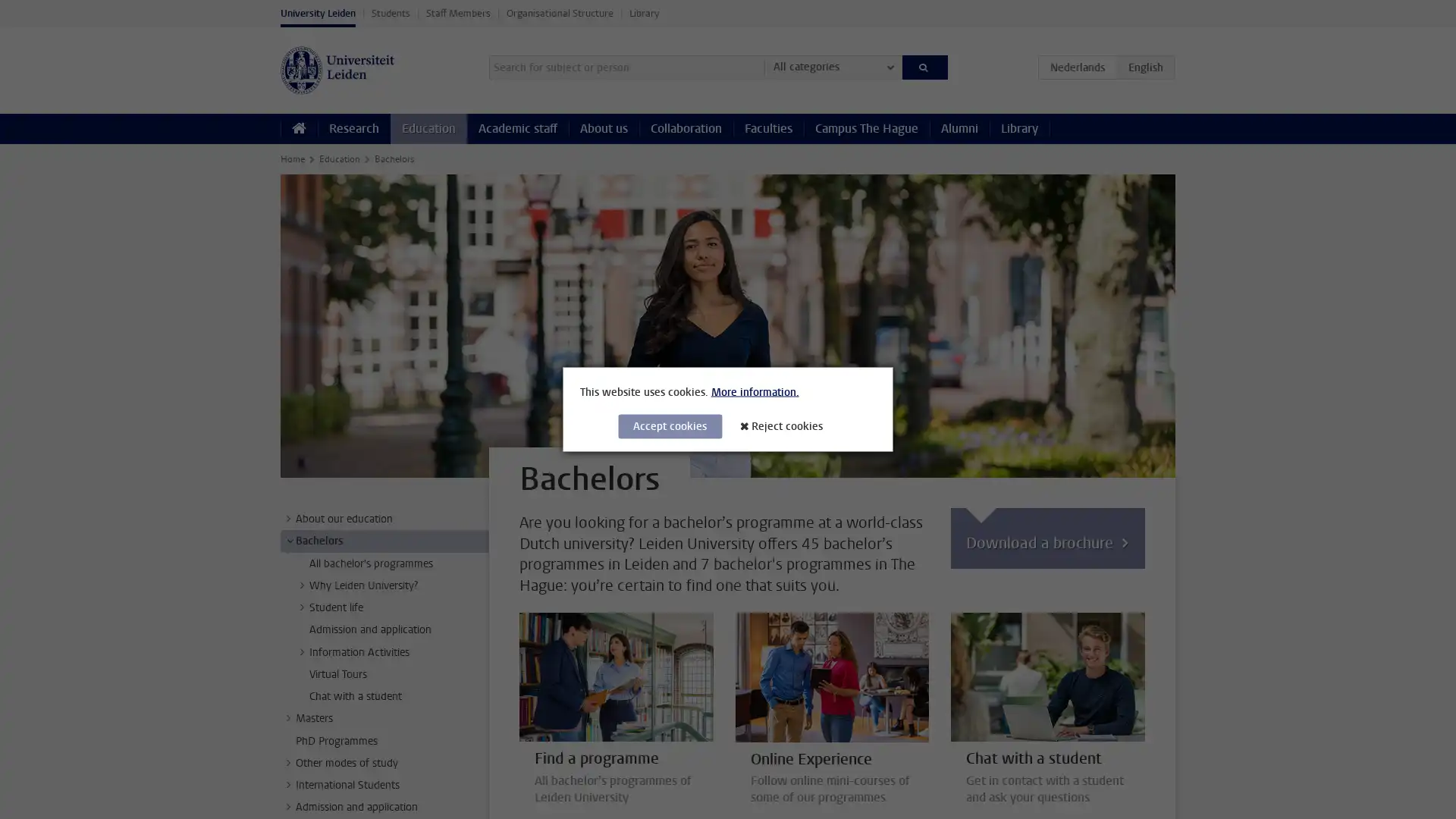  I want to click on >, so click(302, 651).